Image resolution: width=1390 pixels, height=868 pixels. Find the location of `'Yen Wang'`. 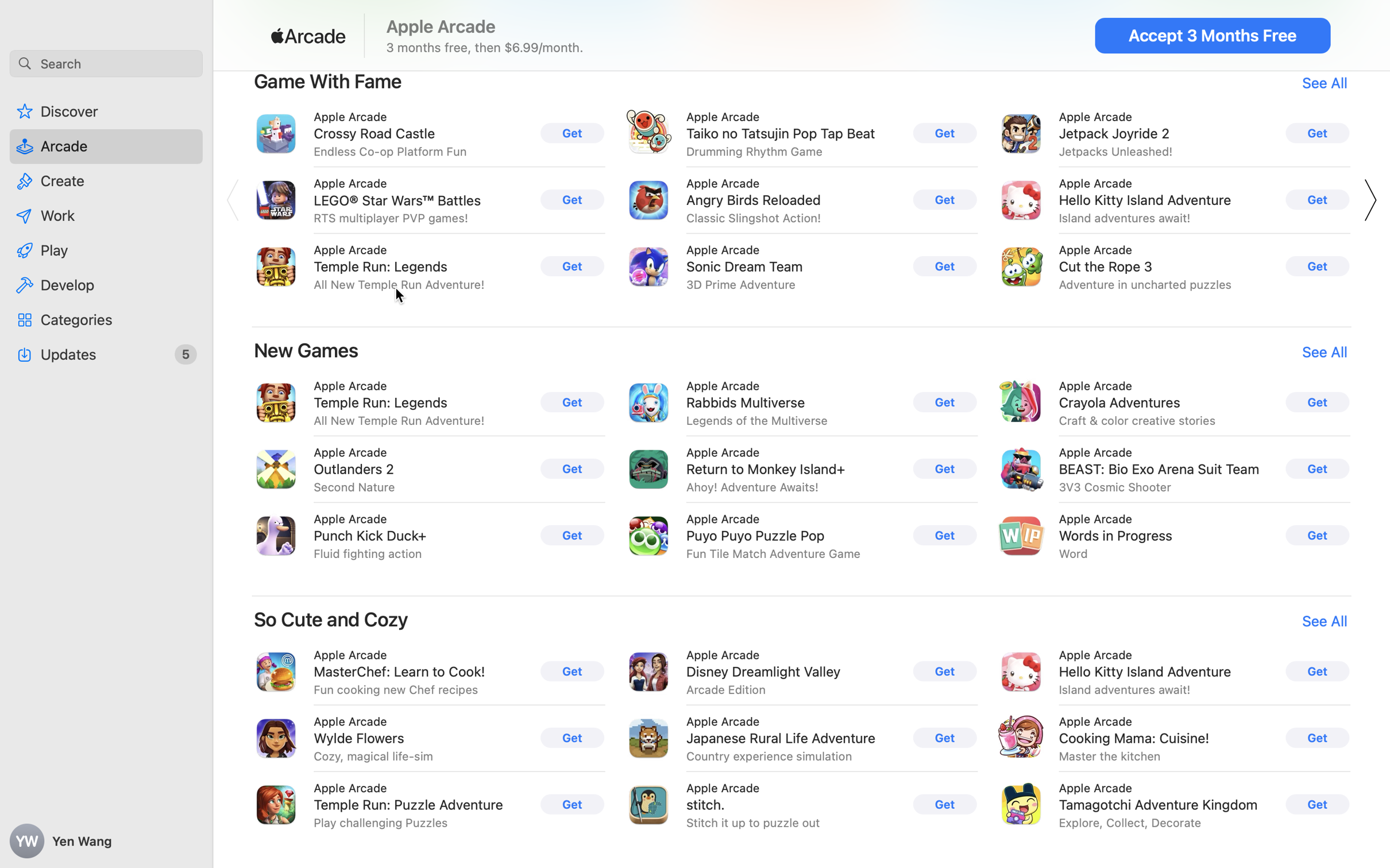

'Yen Wang' is located at coordinates (106, 841).